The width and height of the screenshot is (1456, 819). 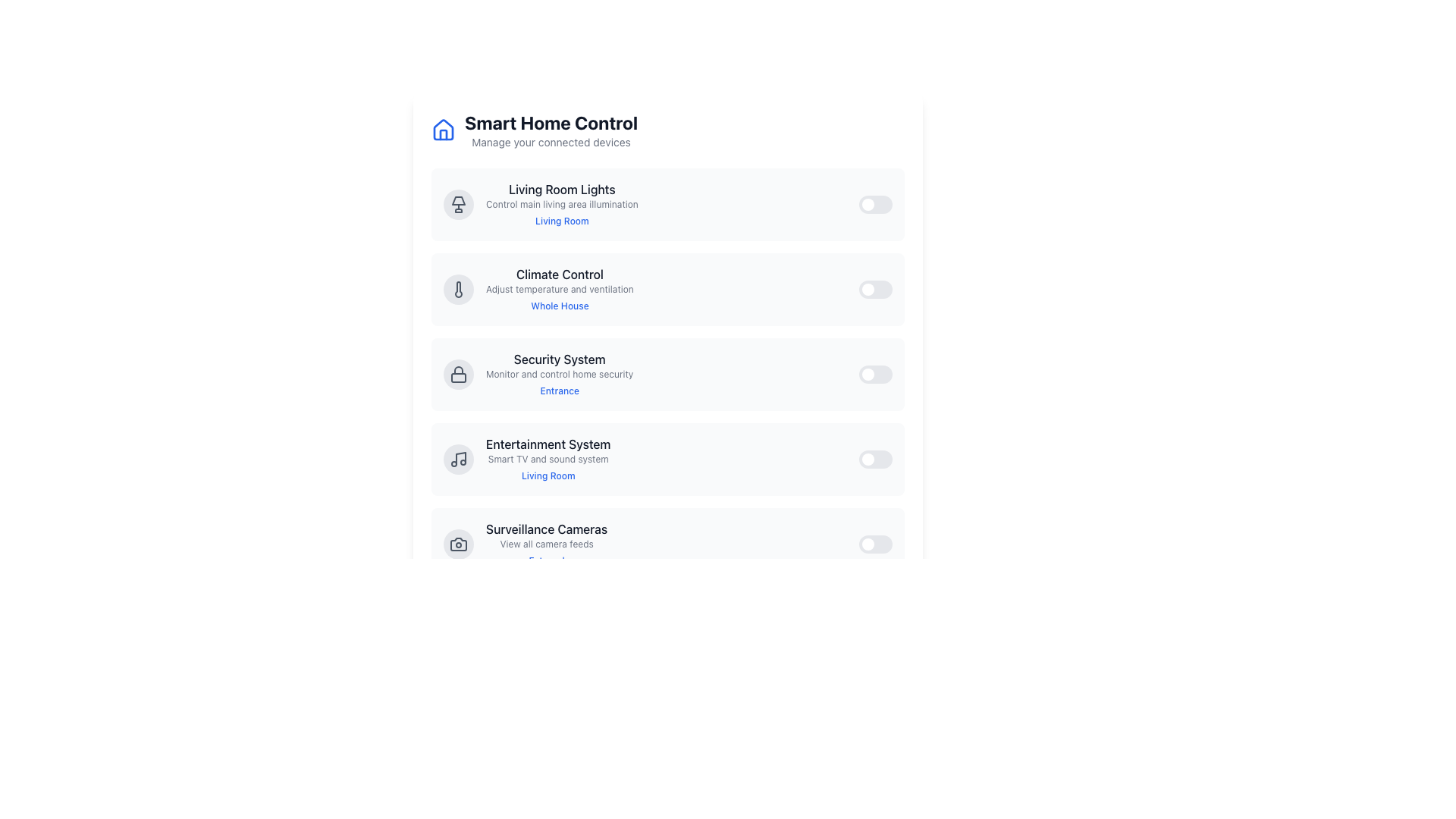 I want to click on the home icon located at the top left corner of the interface, adjacent to the text 'Smart Home Control', so click(x=443, y=128).